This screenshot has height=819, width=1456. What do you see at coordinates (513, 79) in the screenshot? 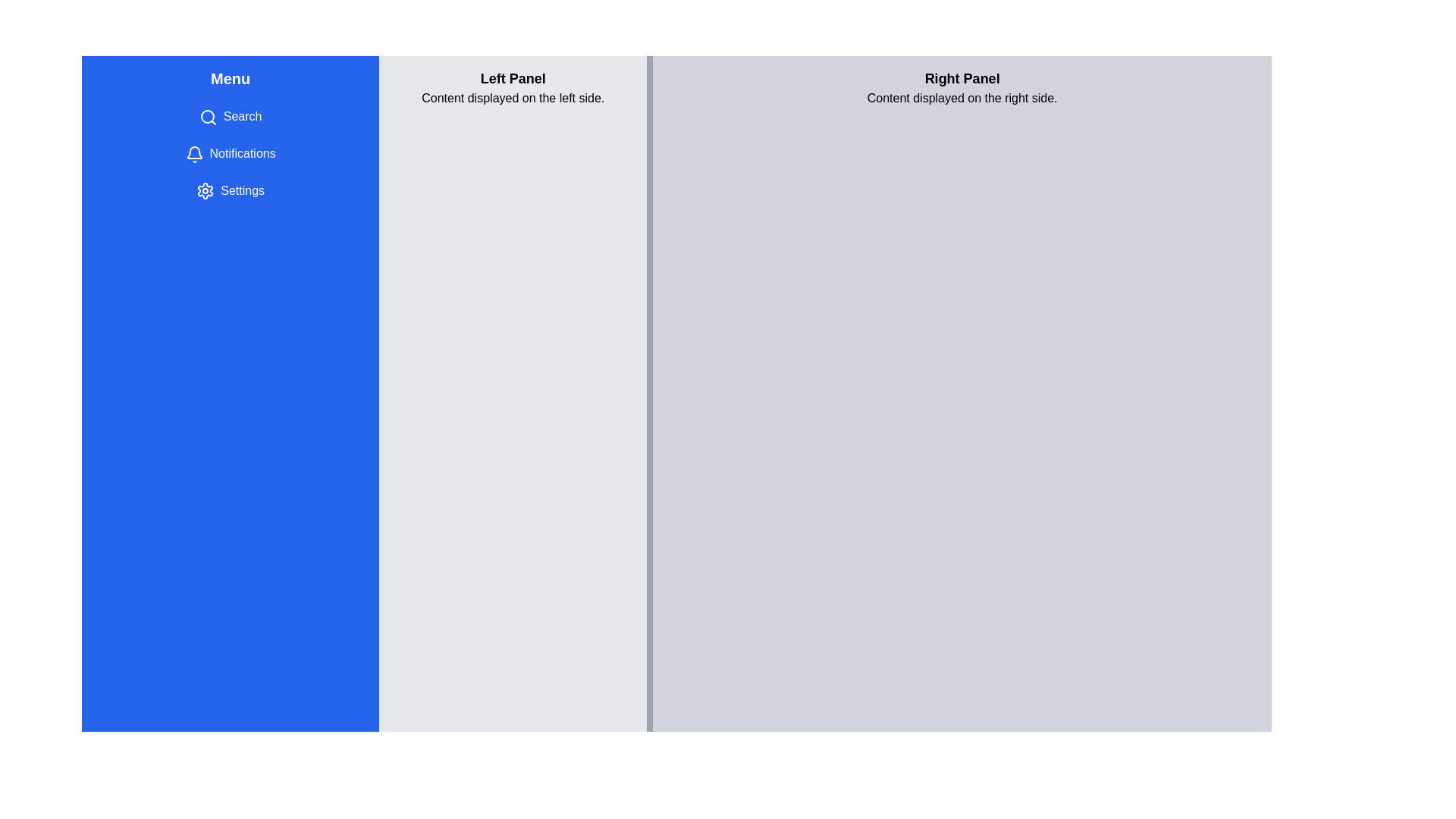
I see `bold, large-sized text label that reads 'Left Panel', positioned at the top of the left content area of the UI` at bounding box center [513, 79].